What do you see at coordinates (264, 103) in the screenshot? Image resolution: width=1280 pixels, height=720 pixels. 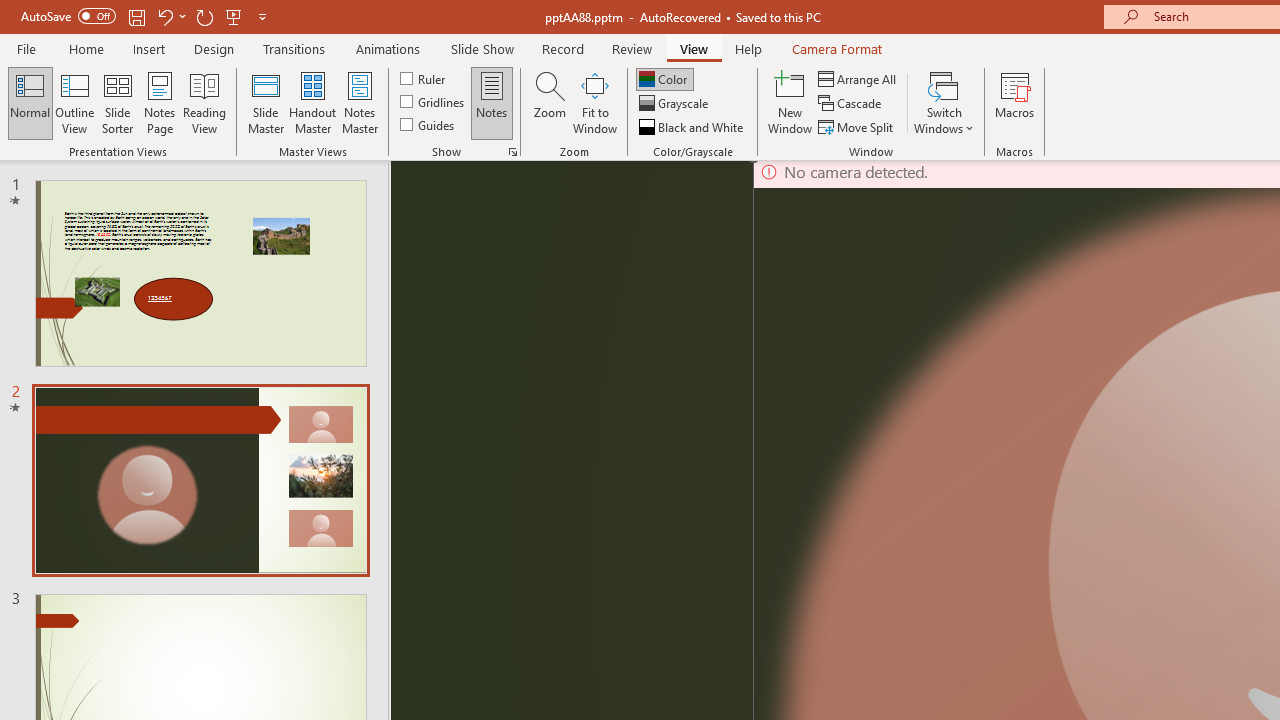 I see `'Slide Master'` at bounding box center [264, 103].